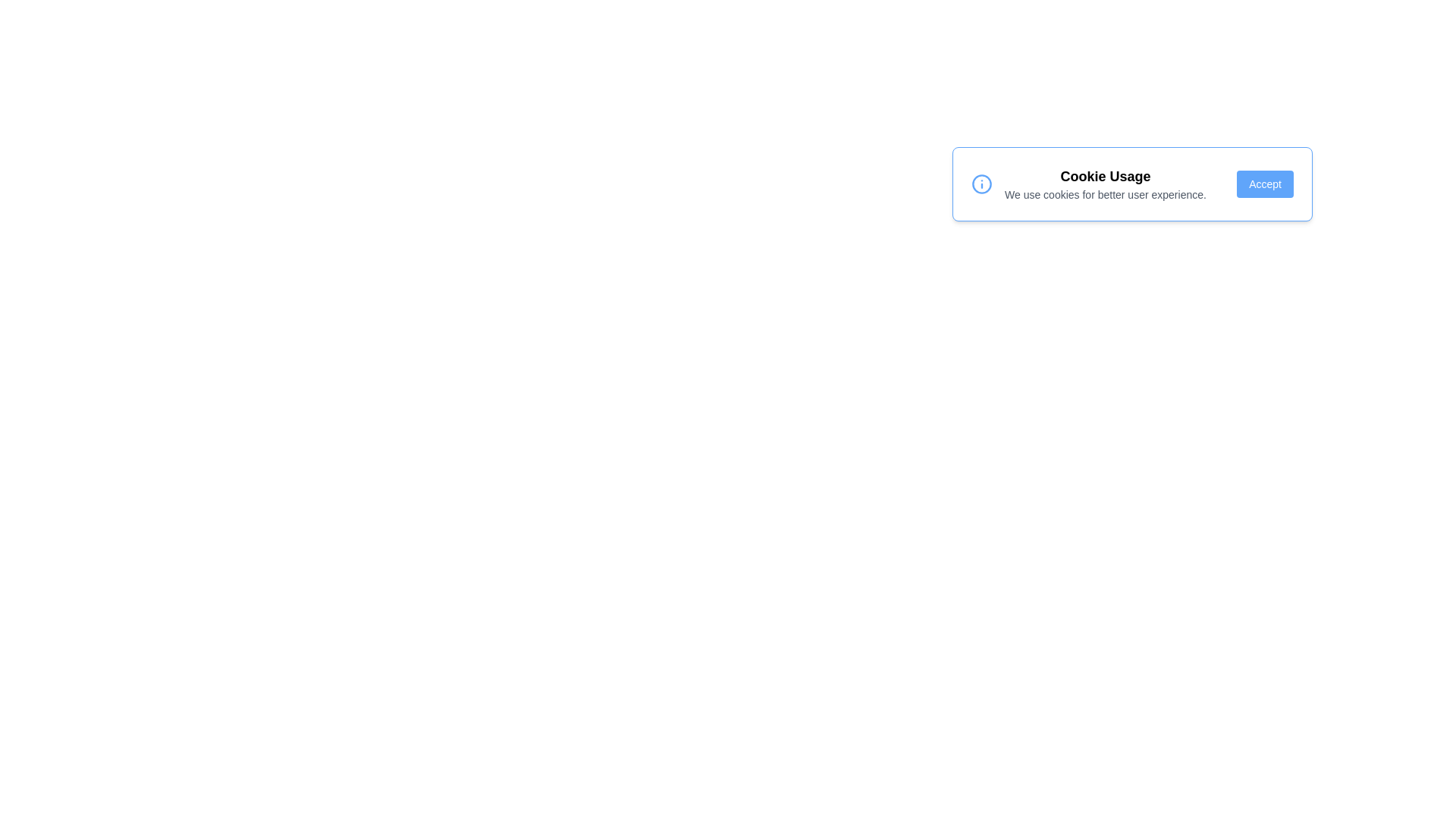 The width and height of the screenshot is (1456, 819). What do you see at coordinates (982, 184) in the screenshot?
I see `the circular informational icon with a blue outline and central letter 'i' located at the top-left corner of the notification card near the text 'Cookie Usage'` at bounding box center [982, 184].